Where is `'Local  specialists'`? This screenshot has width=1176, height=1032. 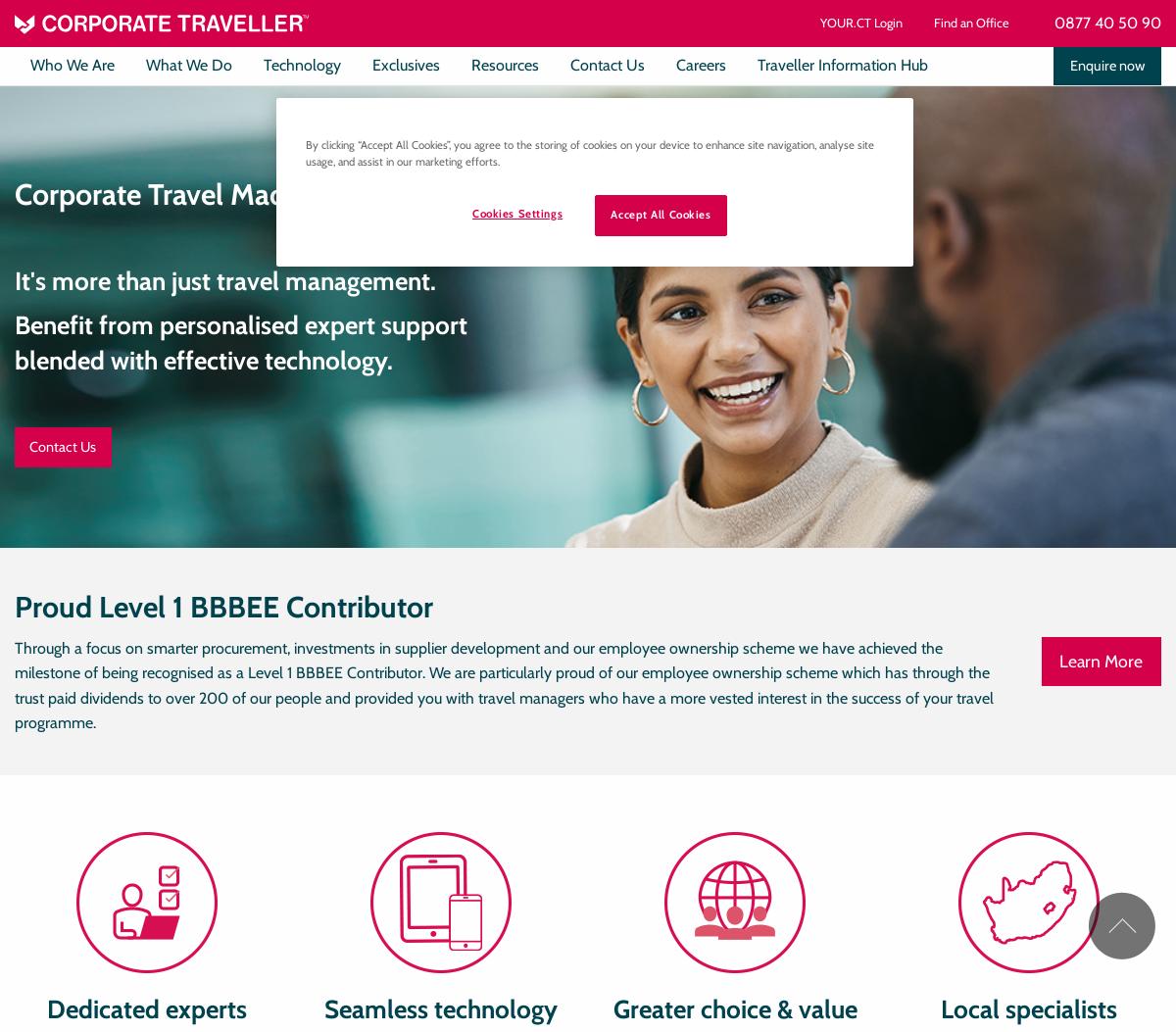
'Local  specialists' is located at coordinates (1029, 1007).